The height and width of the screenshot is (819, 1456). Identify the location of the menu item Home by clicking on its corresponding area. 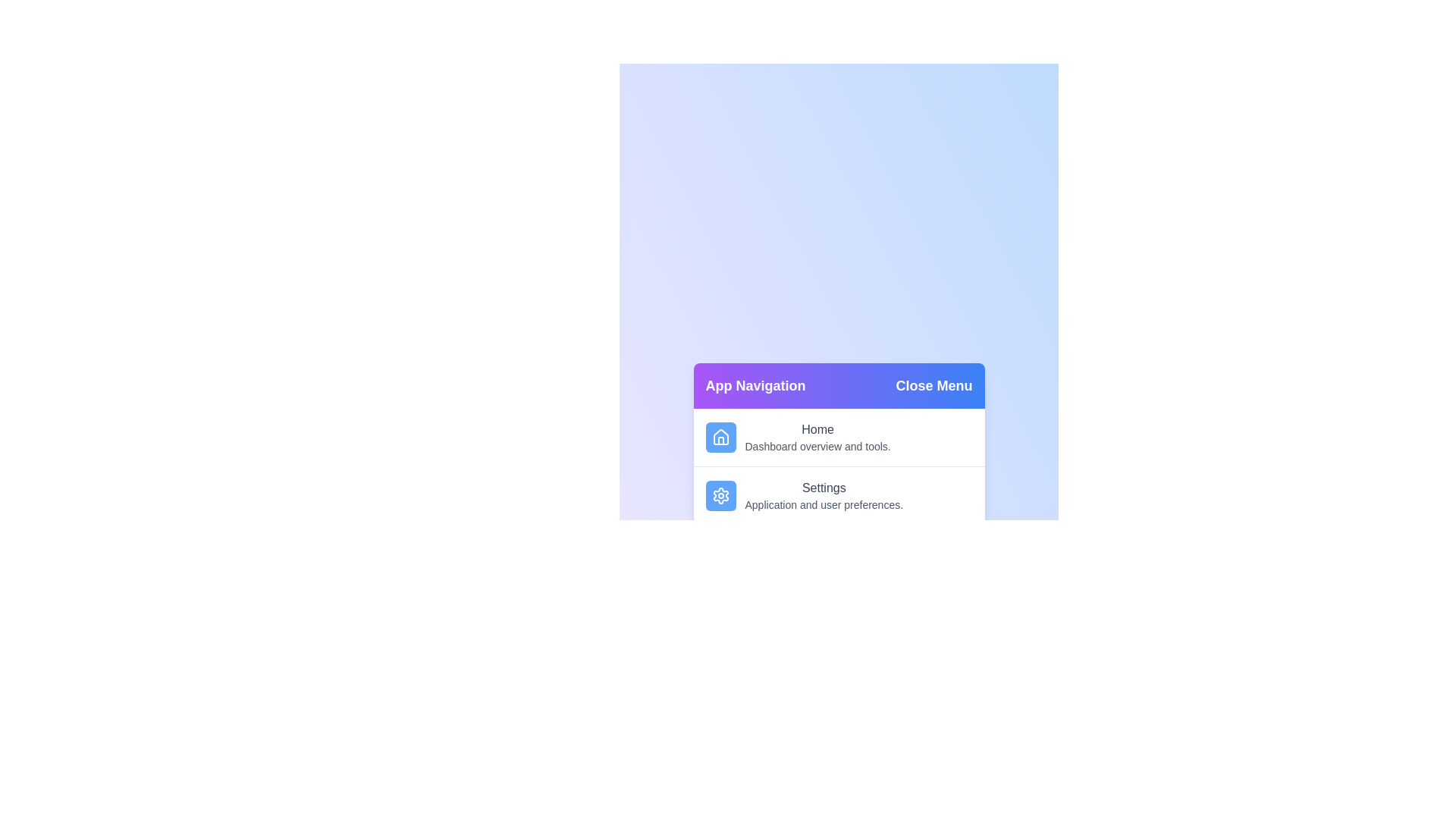
(720, 438).